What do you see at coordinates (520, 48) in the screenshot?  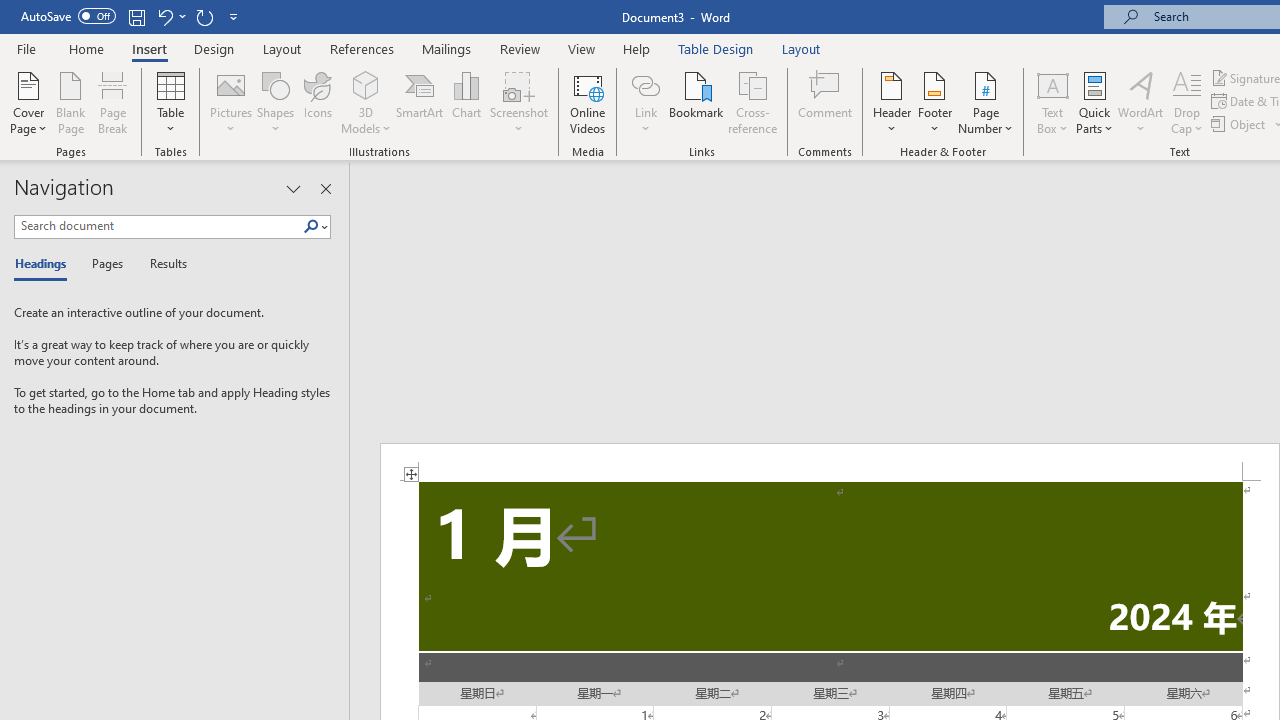 I see `'Review'` at bounding box center [520, 48].